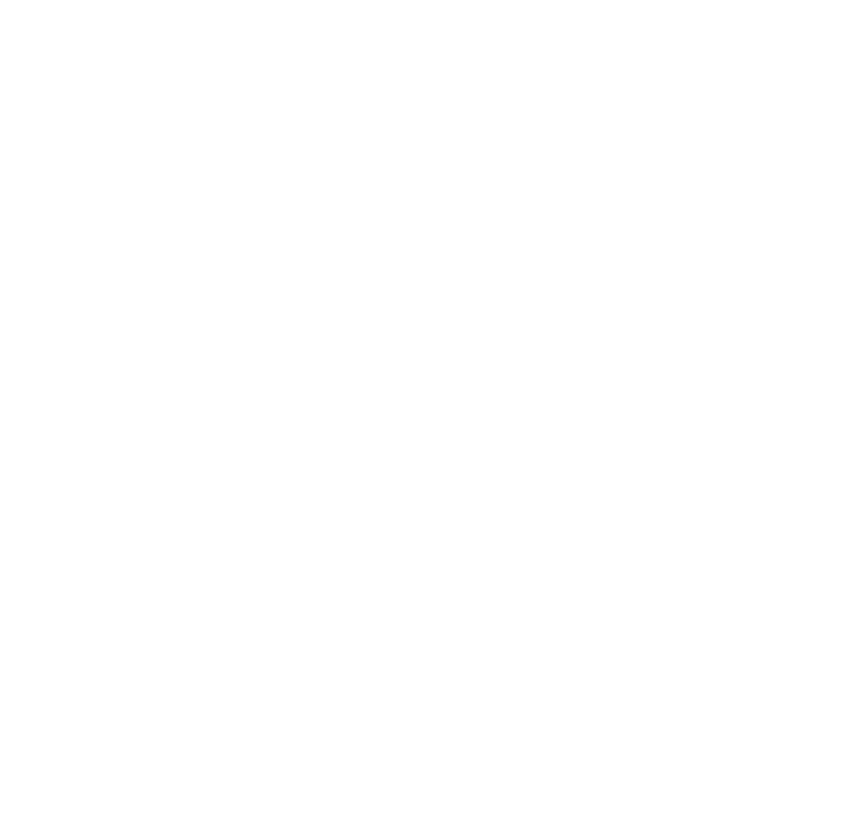  What do you see at coordinates (379, 515) in the screenshot?
I see `'Total RNA ≥ 17 nt'` at bounding box center [379, 515].